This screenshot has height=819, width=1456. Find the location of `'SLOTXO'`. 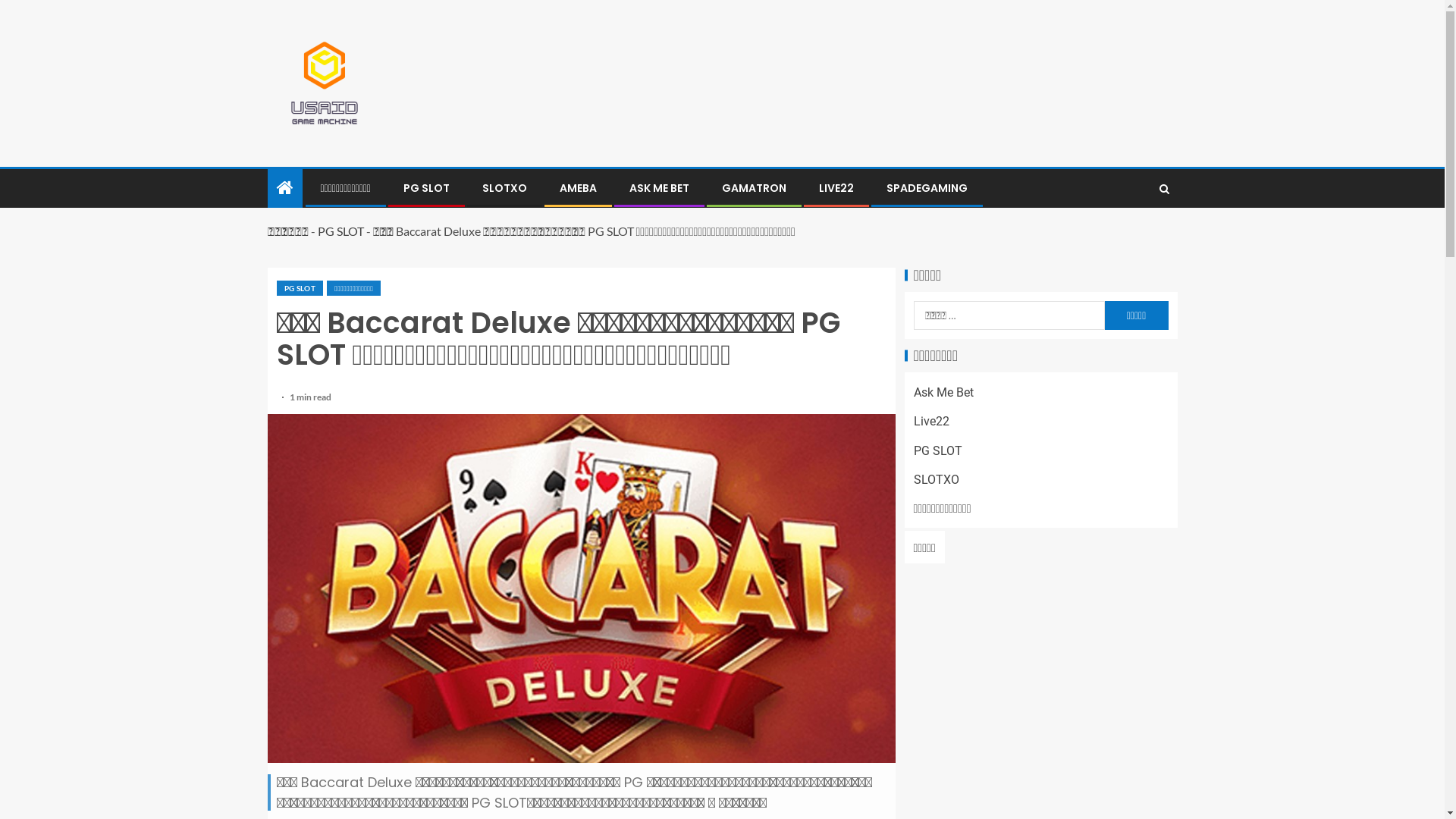

'SLOTXO' is located at coordinates (912, 479).